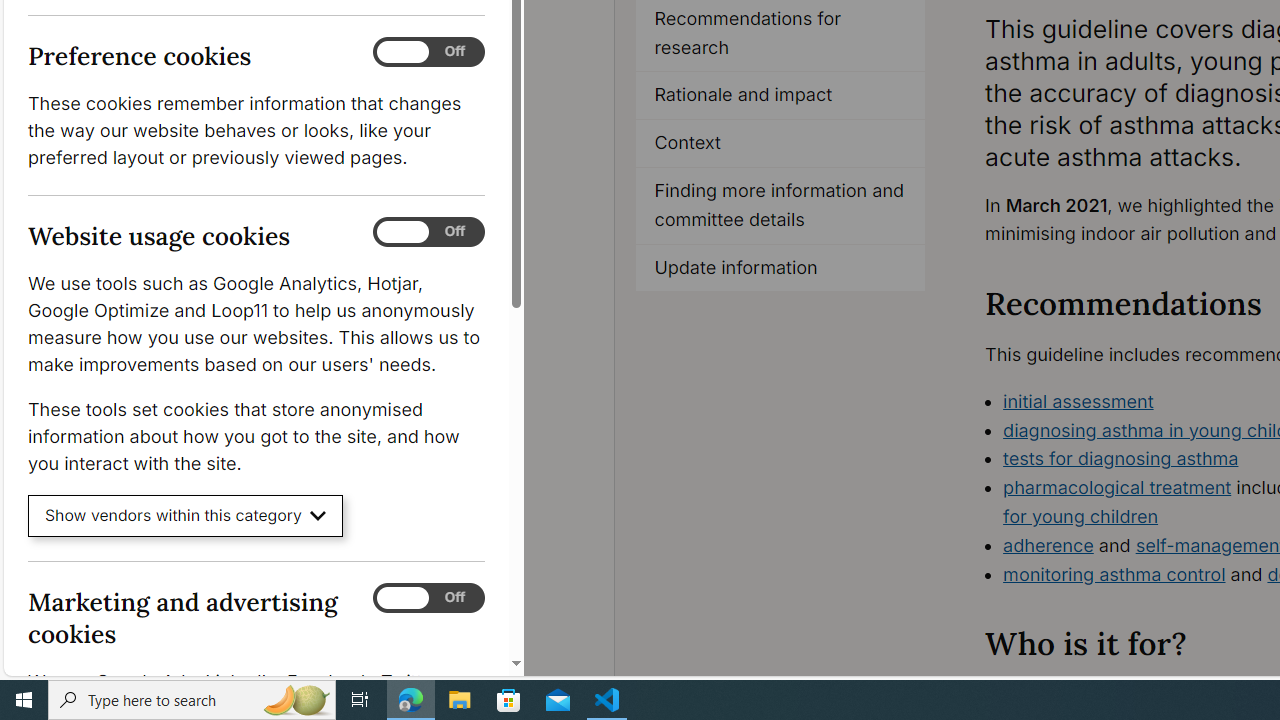  Describe the element at coordinates (1079, 514) in the screenshot. I see `'for young children'` at that location.